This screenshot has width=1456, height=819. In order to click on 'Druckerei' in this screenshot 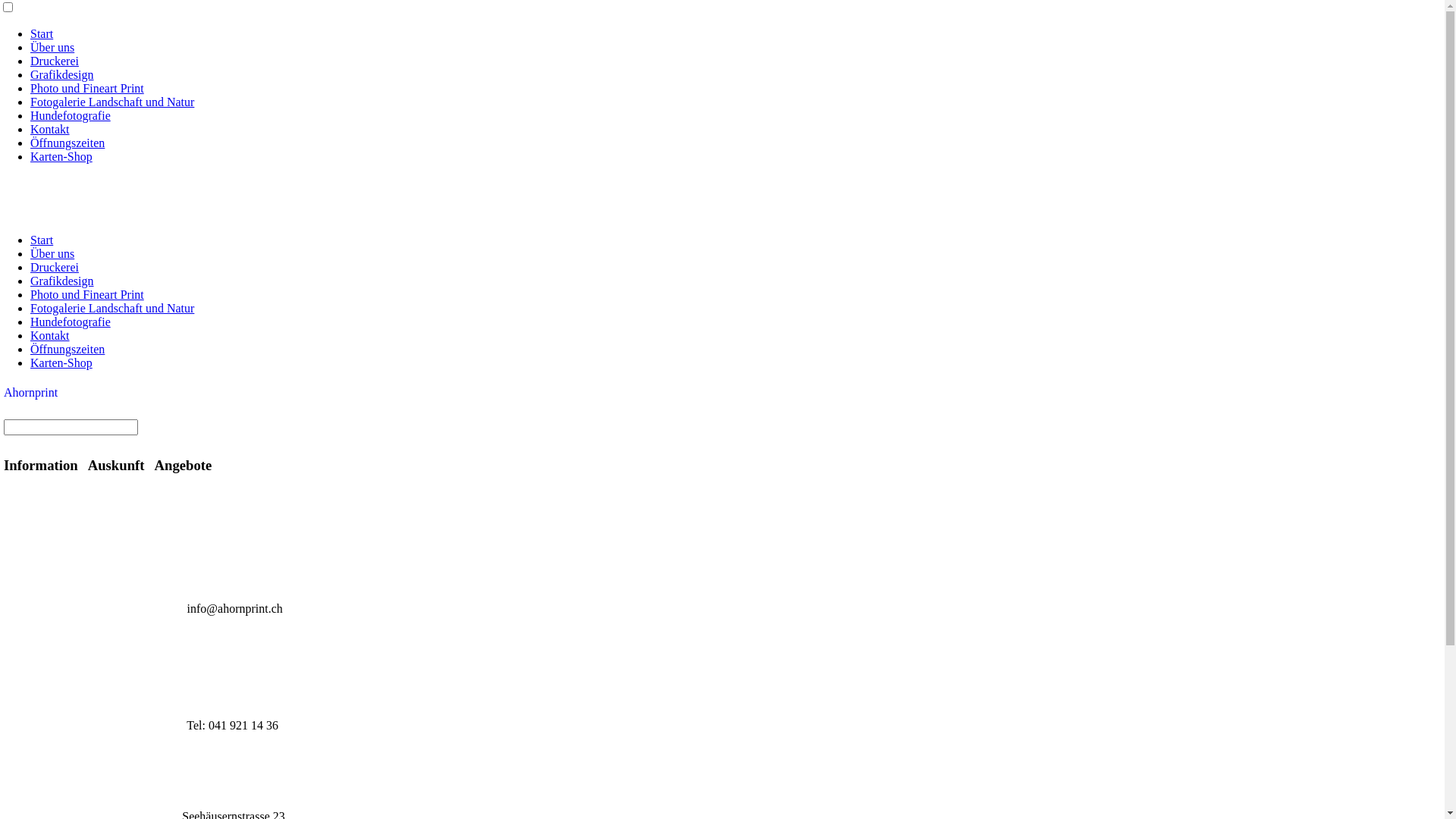, I will do `click(55, 60)`.